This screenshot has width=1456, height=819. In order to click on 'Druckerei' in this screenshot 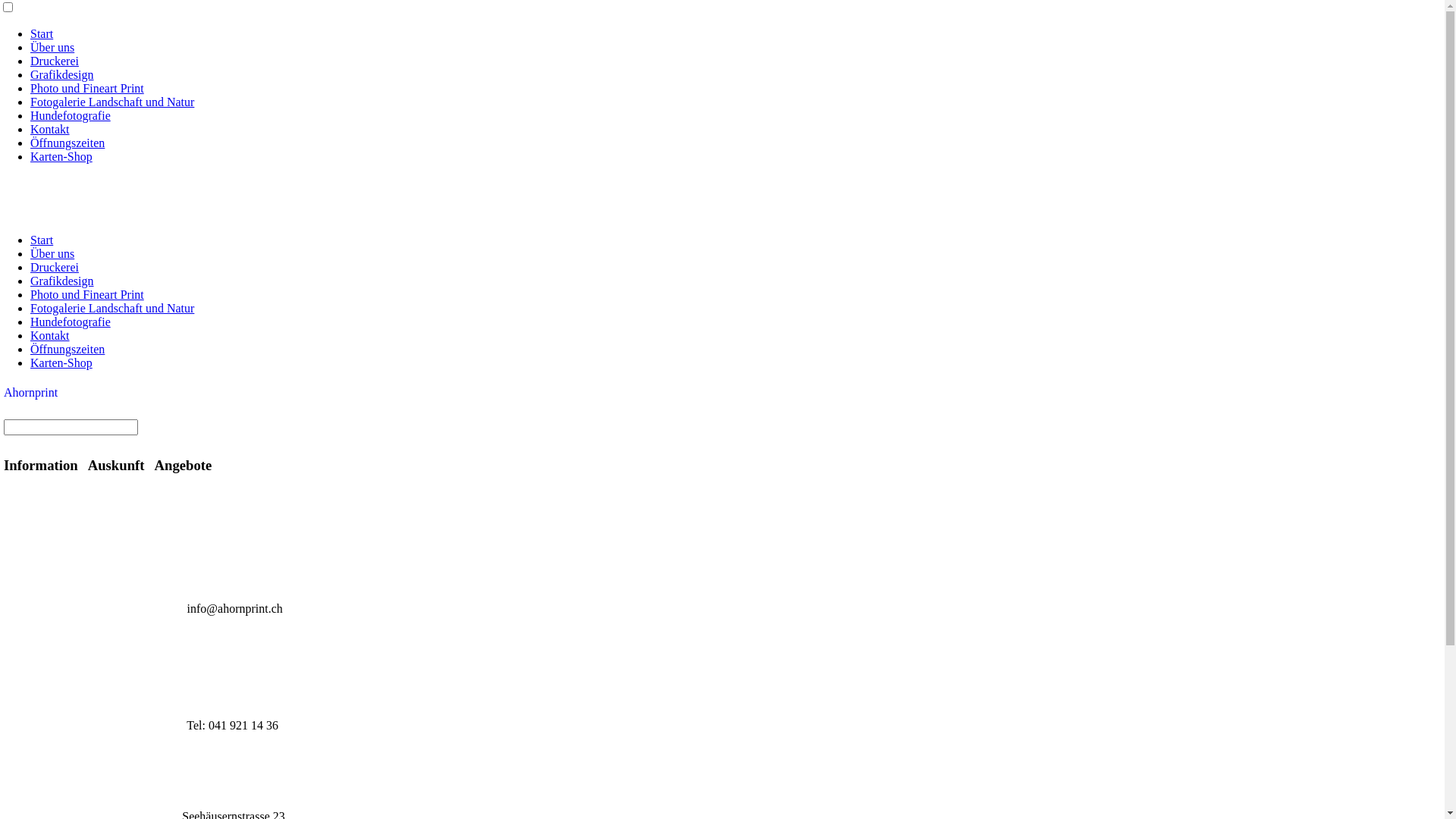, I will do `click(55, 60)`.